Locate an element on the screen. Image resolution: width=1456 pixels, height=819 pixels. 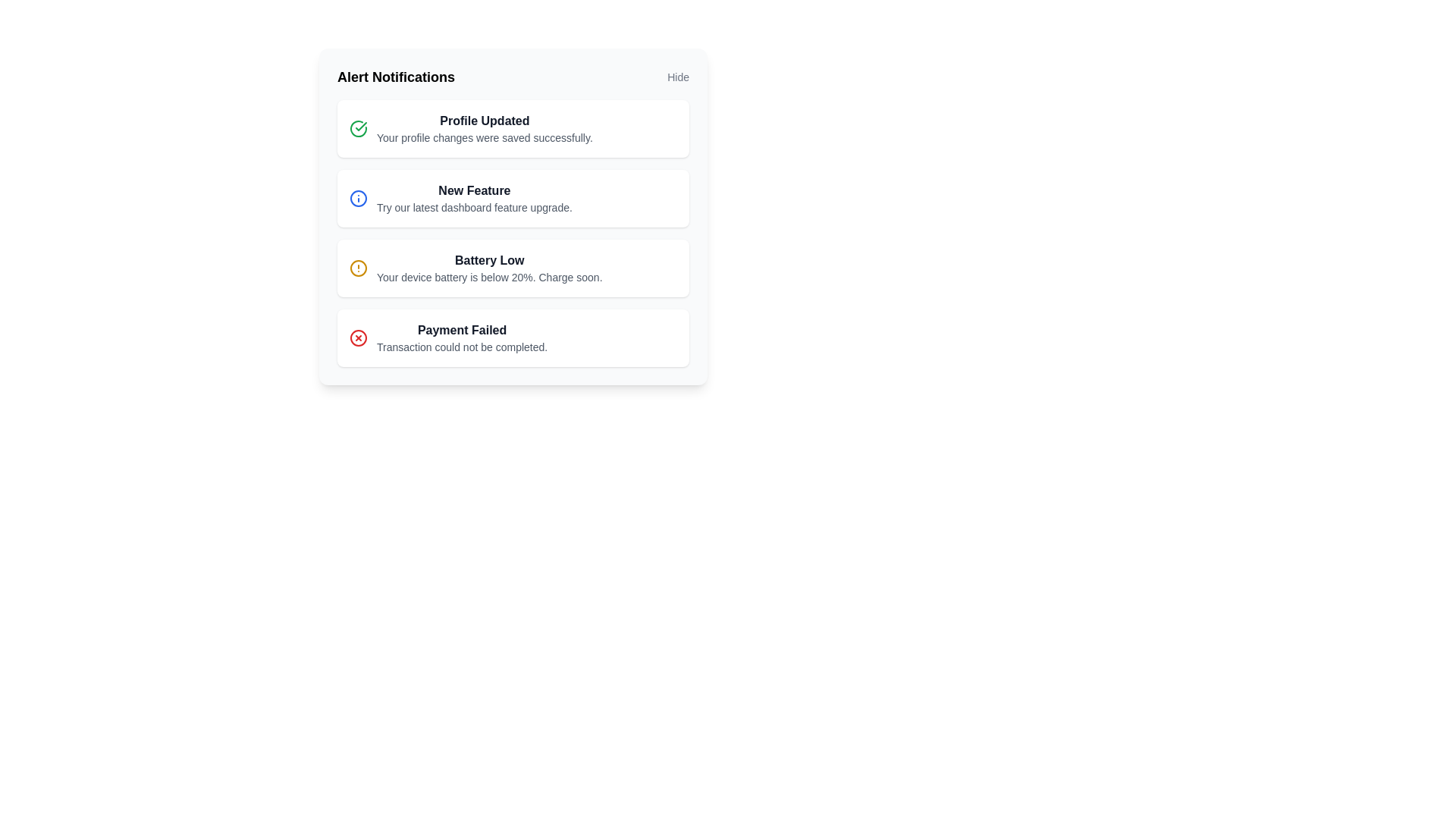
the bold text element displaying 'New Feature', which is located within the second notification item, positioned below 'Profile Updated' and above 'Battery Low' is located at coordinates (473, 190).